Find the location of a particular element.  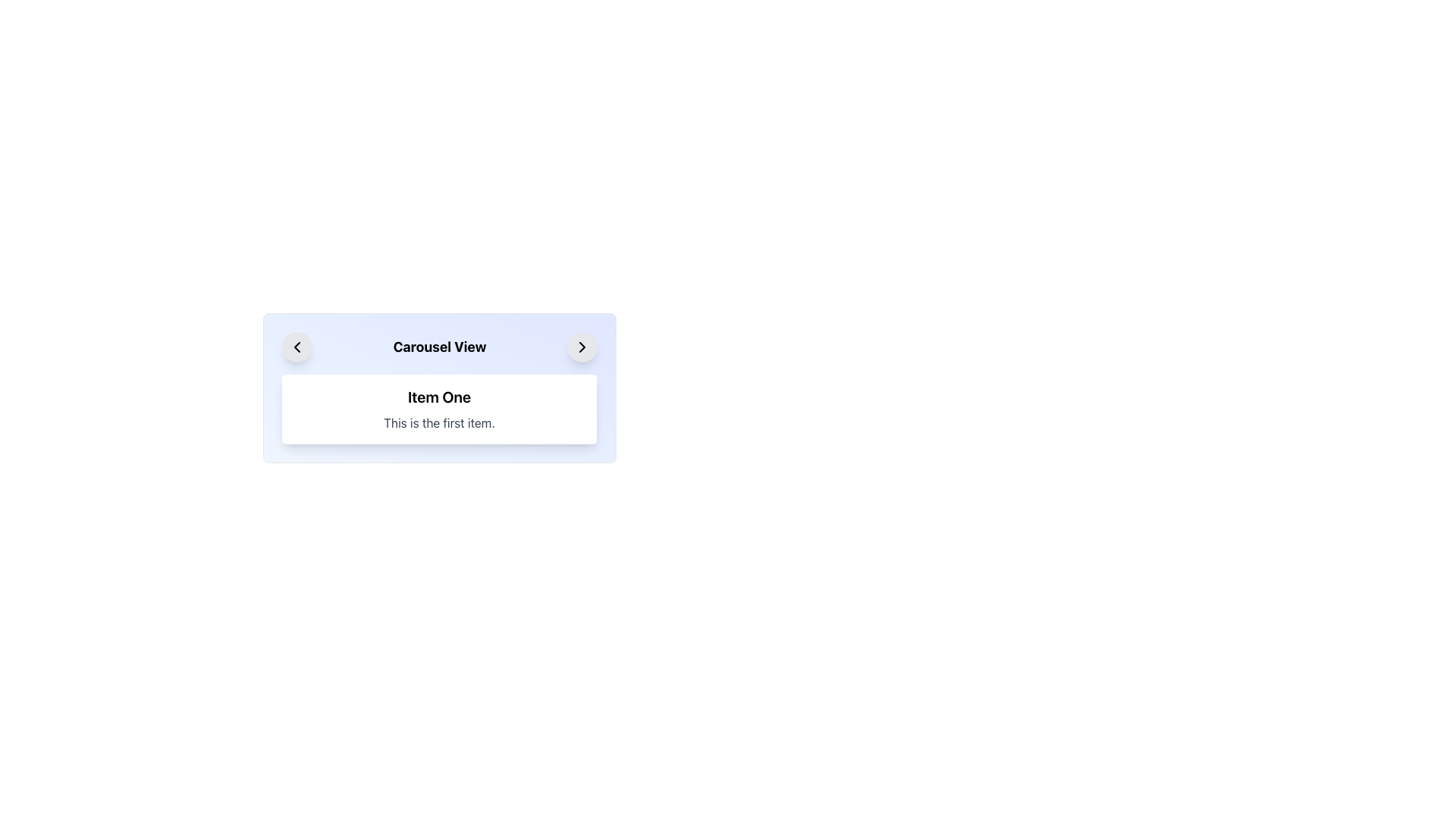

the navigation button located at the far right end of the 'Carousel View' section is located at coordinates (582, 347).